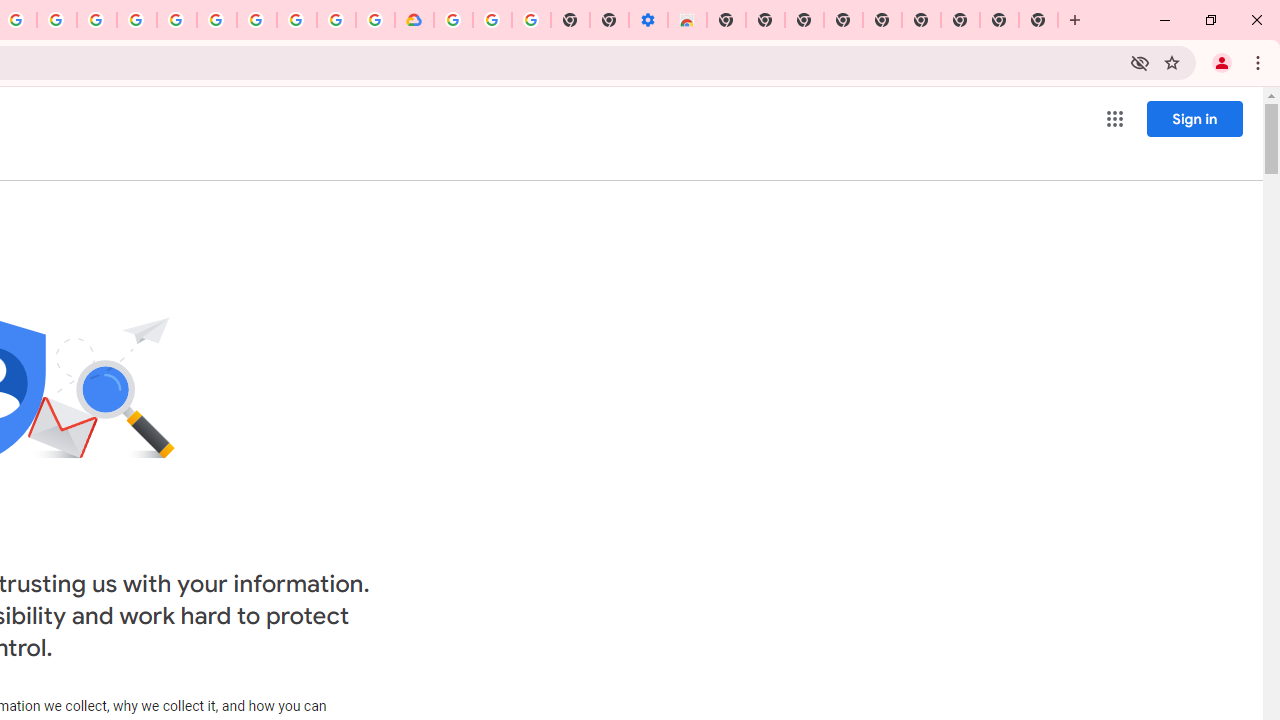  I want to click on 'Google apps', so click(1113, 119).